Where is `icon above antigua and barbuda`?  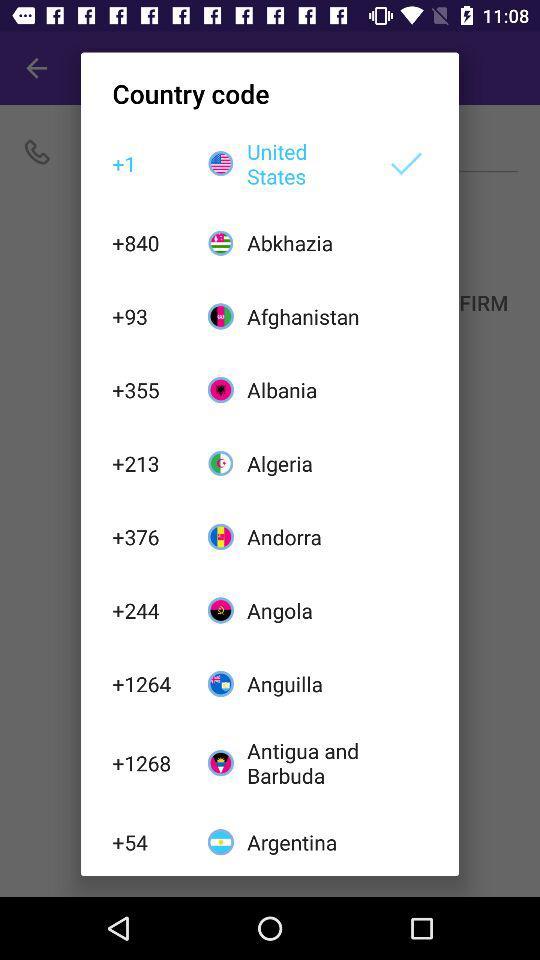
icon above antigua and barbuda is located at coordinates (305, 684).